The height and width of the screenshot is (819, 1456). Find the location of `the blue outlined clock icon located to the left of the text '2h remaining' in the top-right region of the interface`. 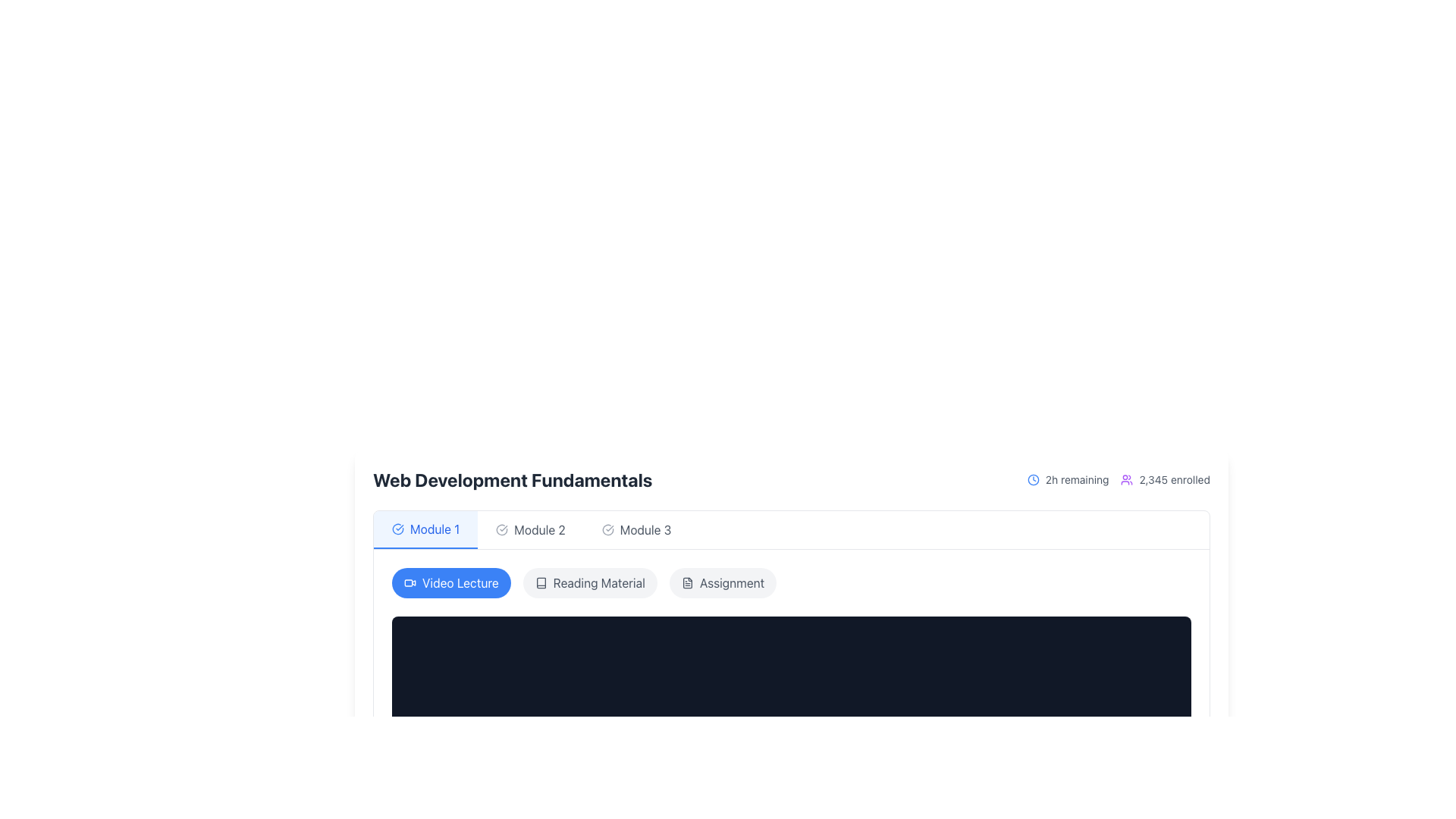

the blue outlined clock icon located to the left of the text '2h remaining' in the top-right region of the interface is located at coordinates (1032, 479).